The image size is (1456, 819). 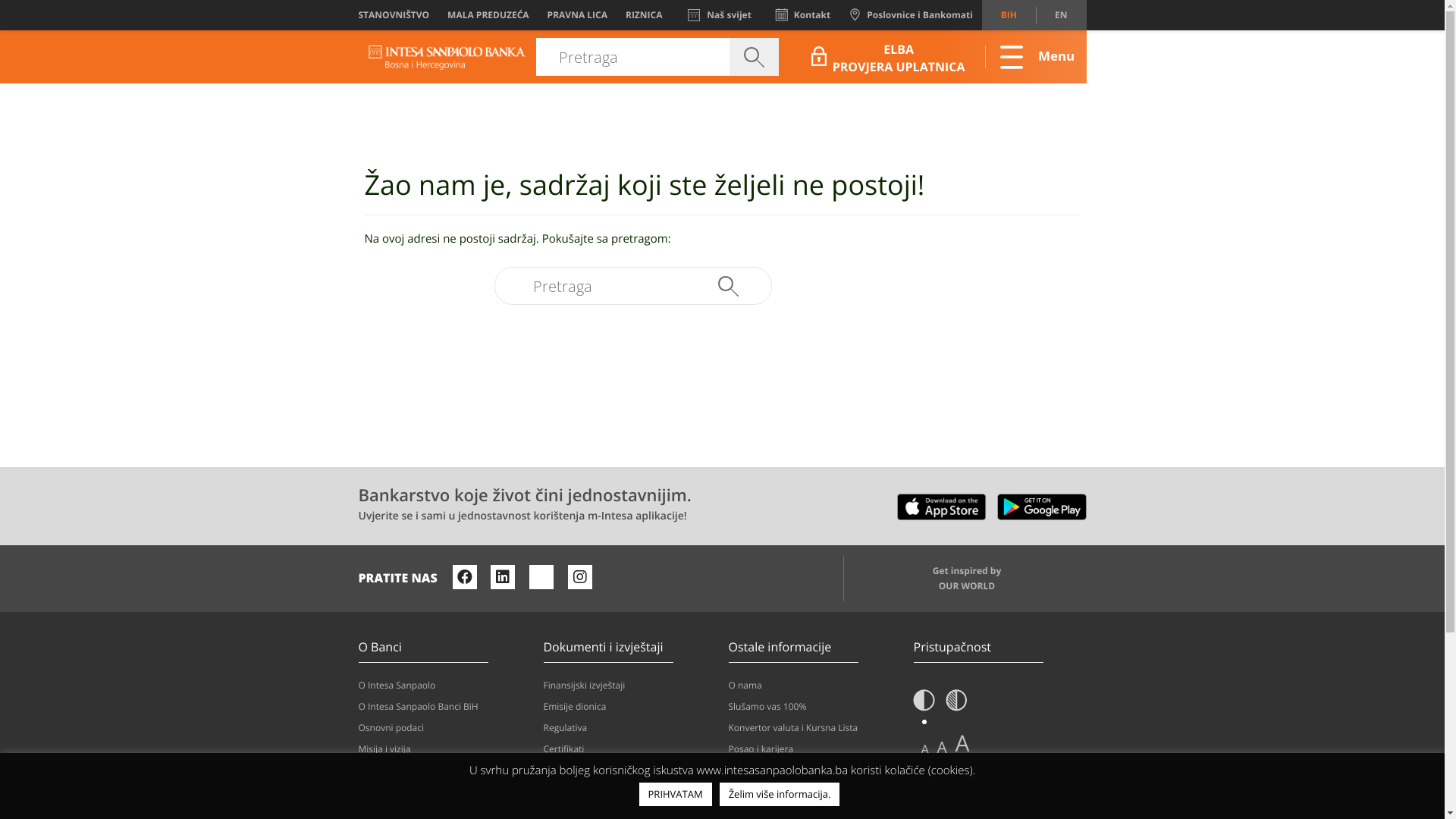 What do you see at coordinates (464, 576) in the screenshot?
I see `'fa-facebook'` at bounding box center [464, 576].